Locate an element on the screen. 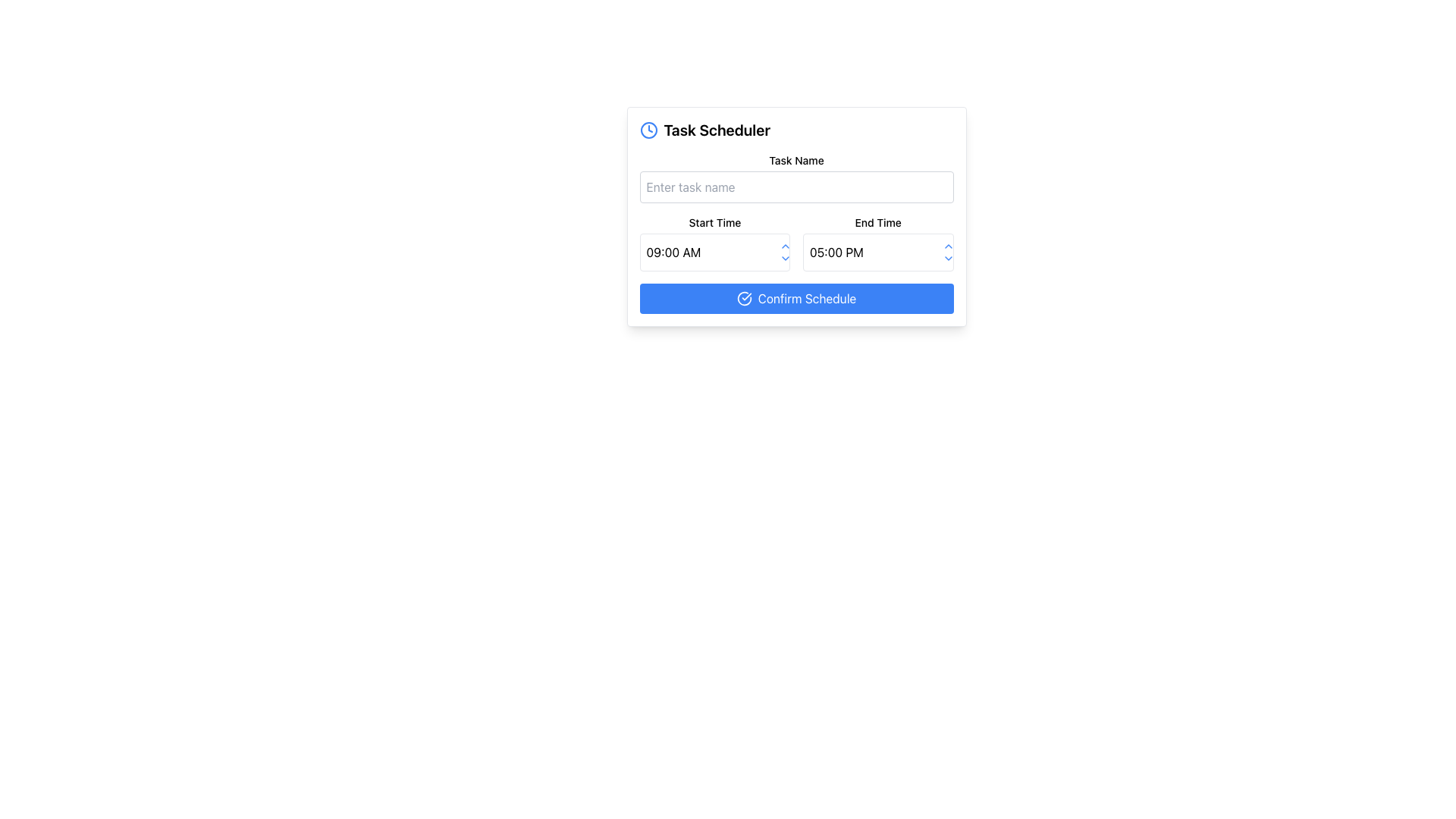 The width and height of the screenshot is (1456, 819). the decorative confirmation icon located to the left of the 'Confirm Schedule' button text is located at coordinates (744, 298).